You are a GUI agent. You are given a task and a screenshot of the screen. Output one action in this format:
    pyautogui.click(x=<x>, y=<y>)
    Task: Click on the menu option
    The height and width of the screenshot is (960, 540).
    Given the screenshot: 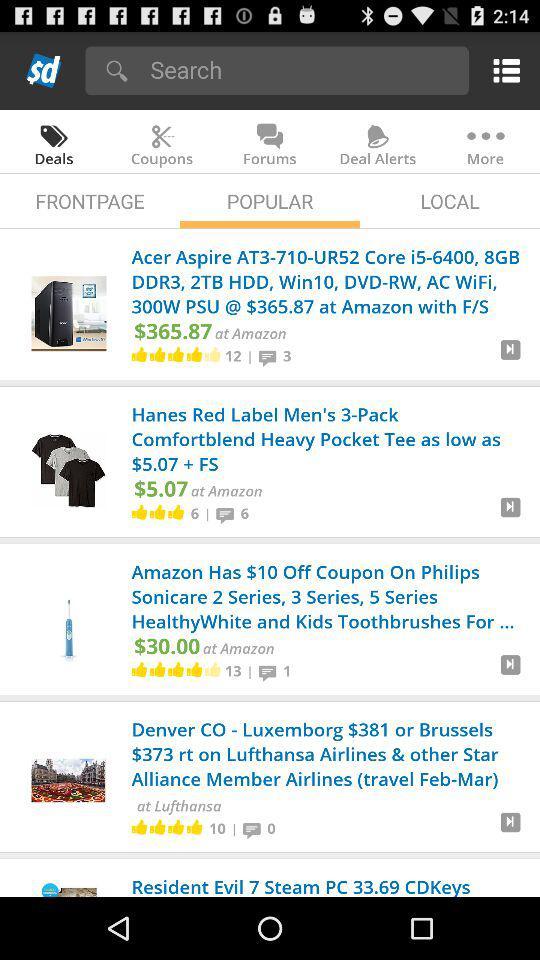 What is the action you would take?
    pyautogui.click(x=502, y=70)
    